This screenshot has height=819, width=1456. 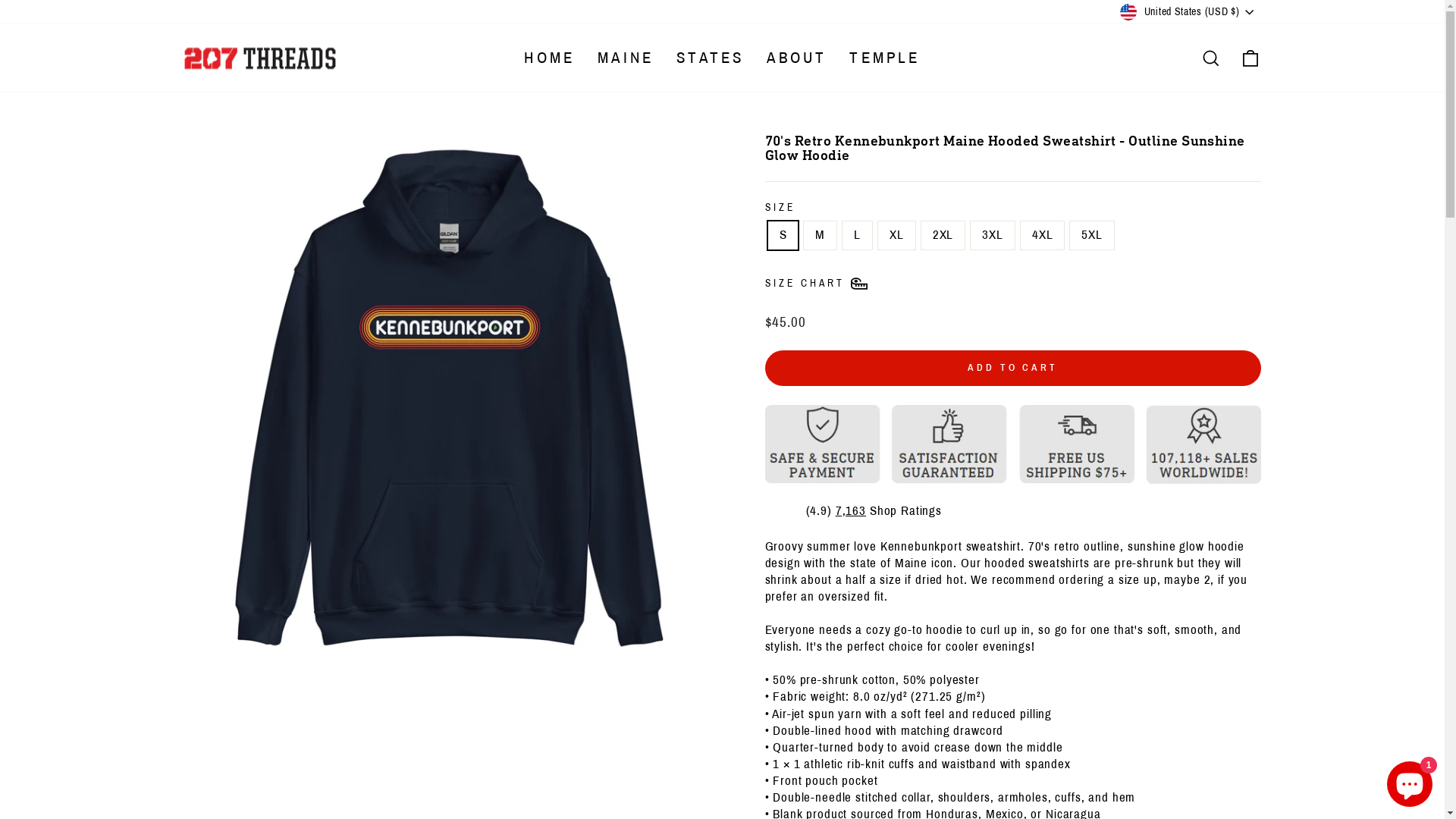 I want to click on 'TEMPLE', so click(x=884, y=58).